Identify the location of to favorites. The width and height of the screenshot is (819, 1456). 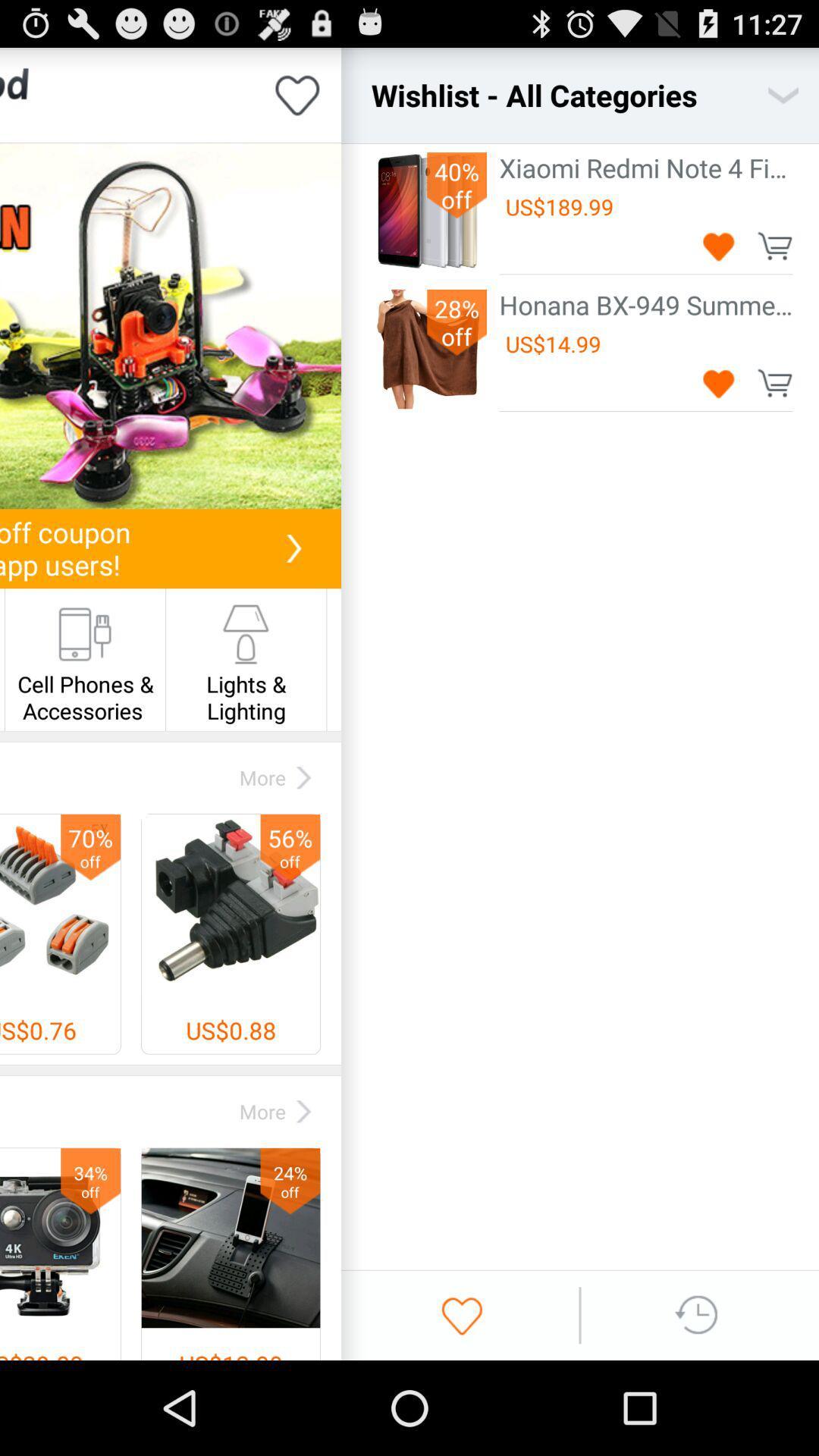
(718, 246).